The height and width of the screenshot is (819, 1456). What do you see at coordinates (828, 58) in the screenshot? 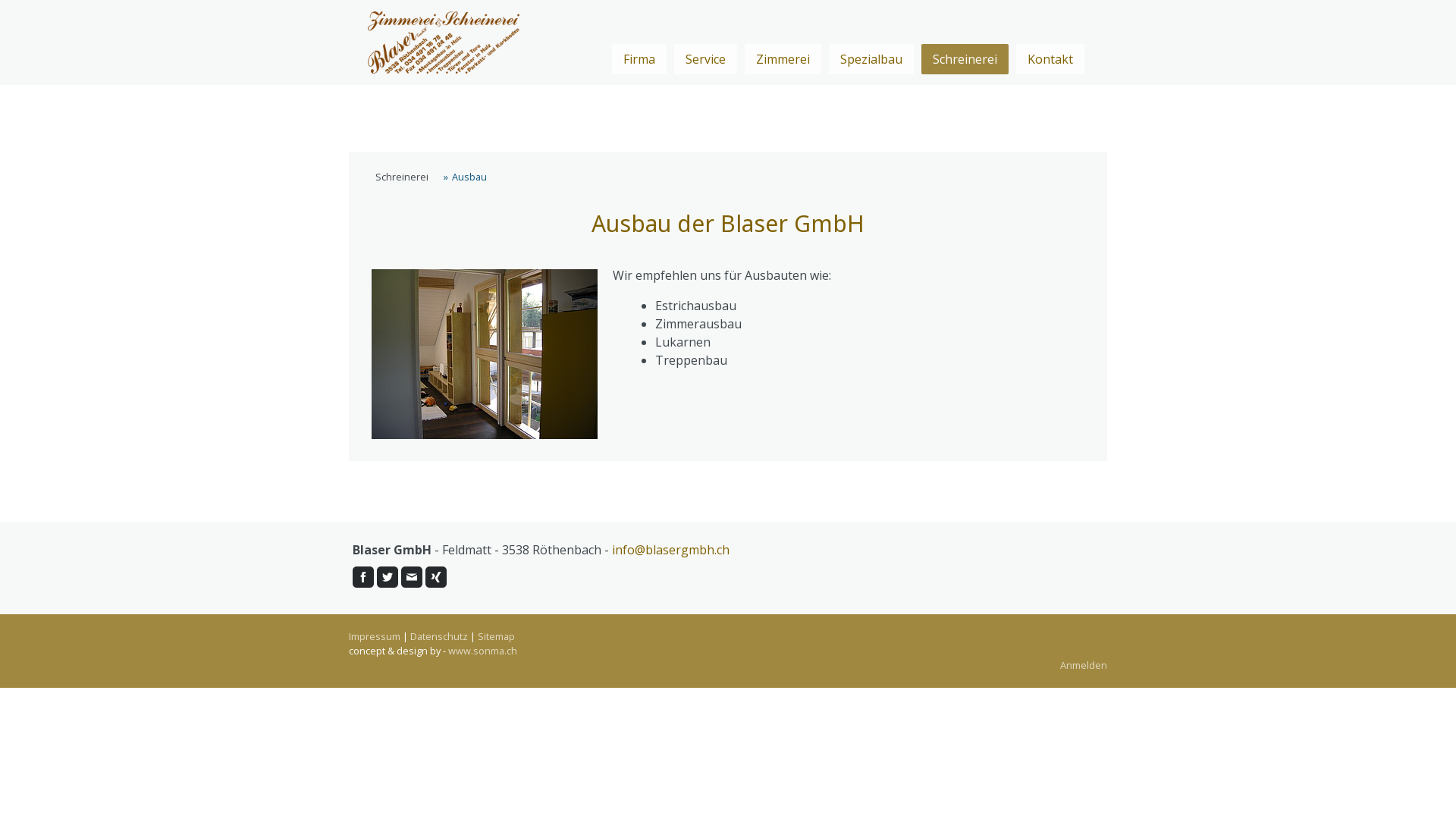
I see `'Spezialbau'` at bounding box center [828, 58].